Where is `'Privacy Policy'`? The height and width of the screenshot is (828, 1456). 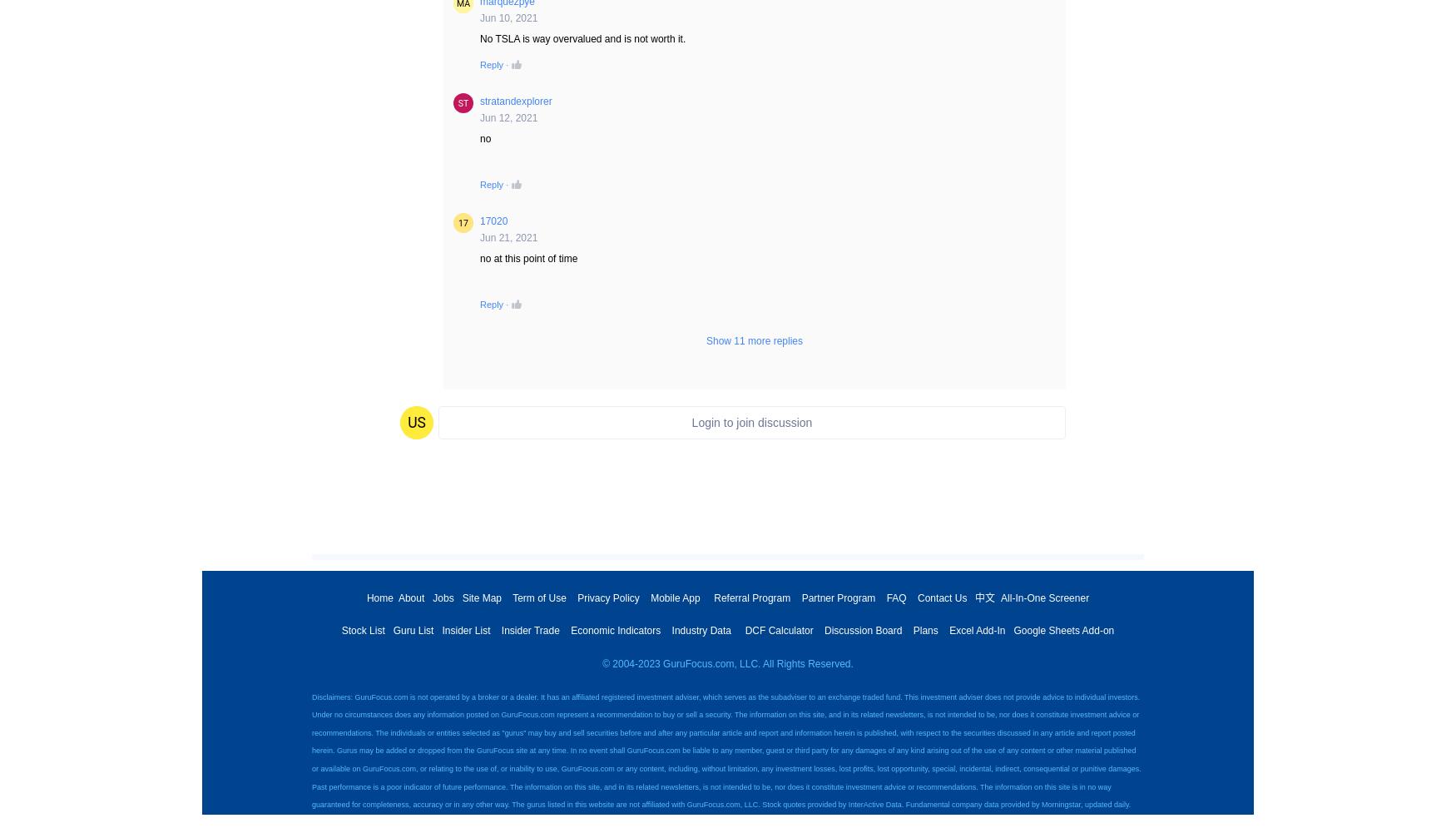 'Privacy Policy' is located at coordinates (607, 597).